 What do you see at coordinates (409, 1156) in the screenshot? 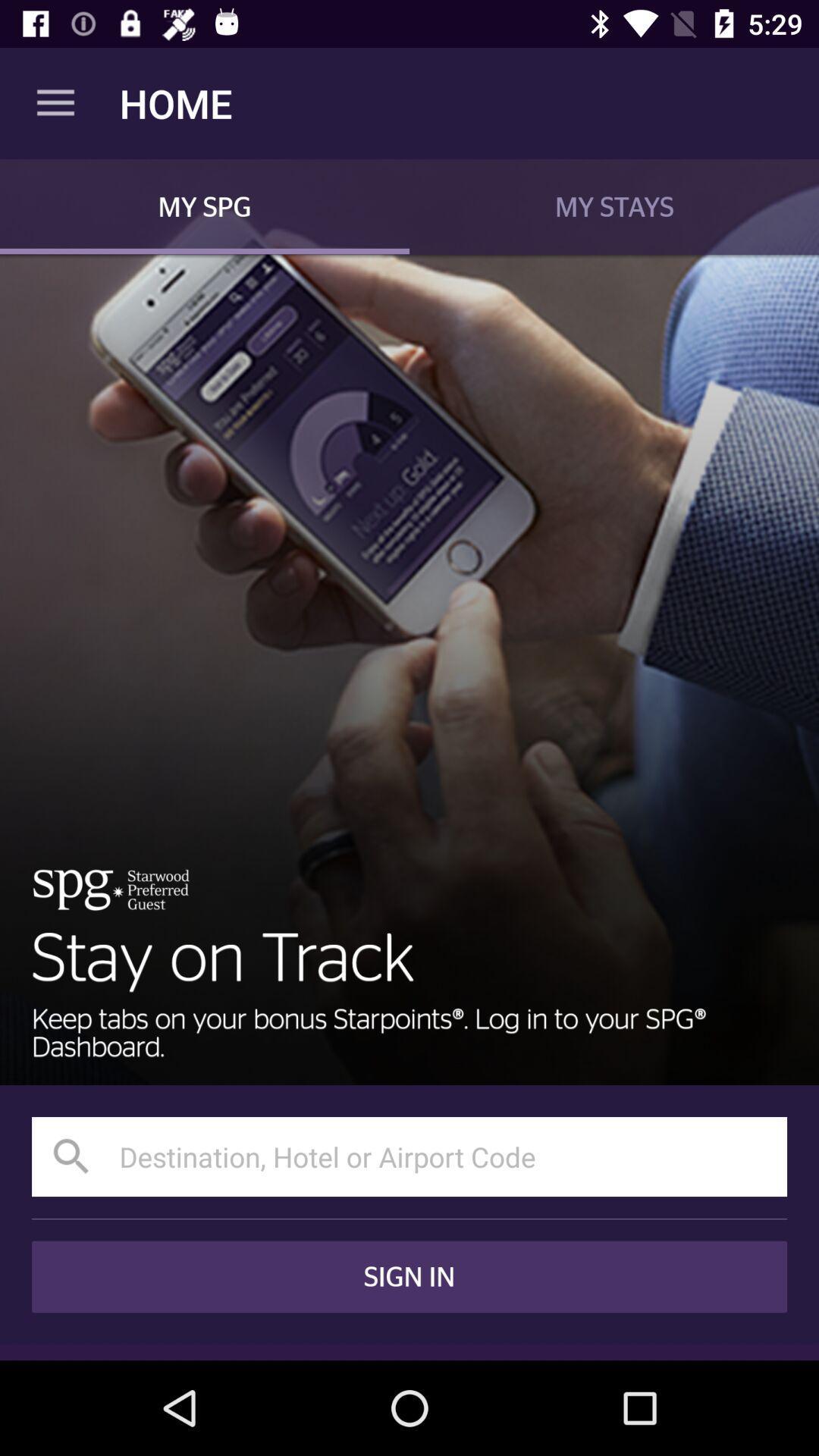
I see `search menu` at bounding box center [409, 1156].